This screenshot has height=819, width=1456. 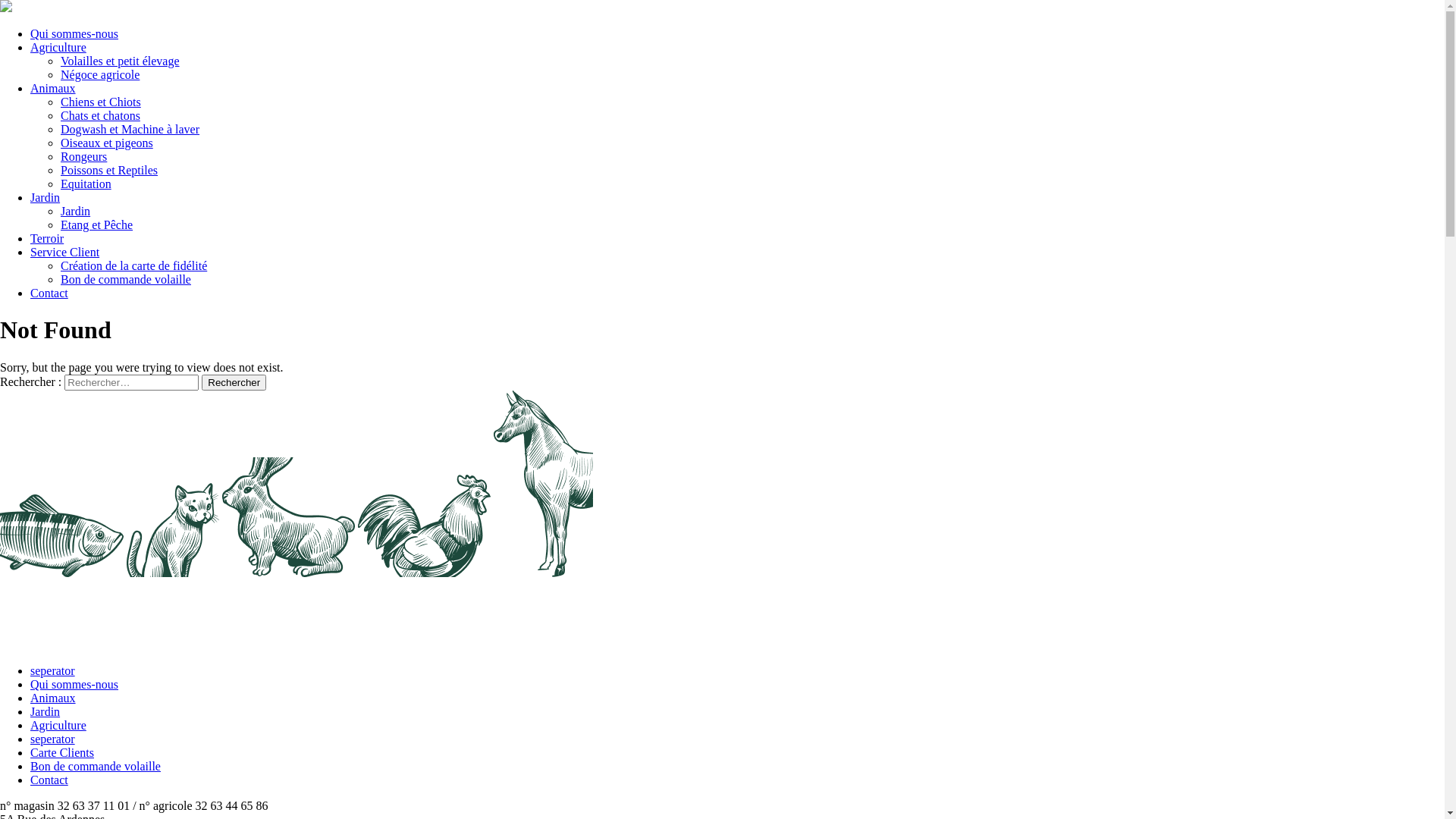 I want to click on 'Bon de commande volaille', so click(x=61, y=279).